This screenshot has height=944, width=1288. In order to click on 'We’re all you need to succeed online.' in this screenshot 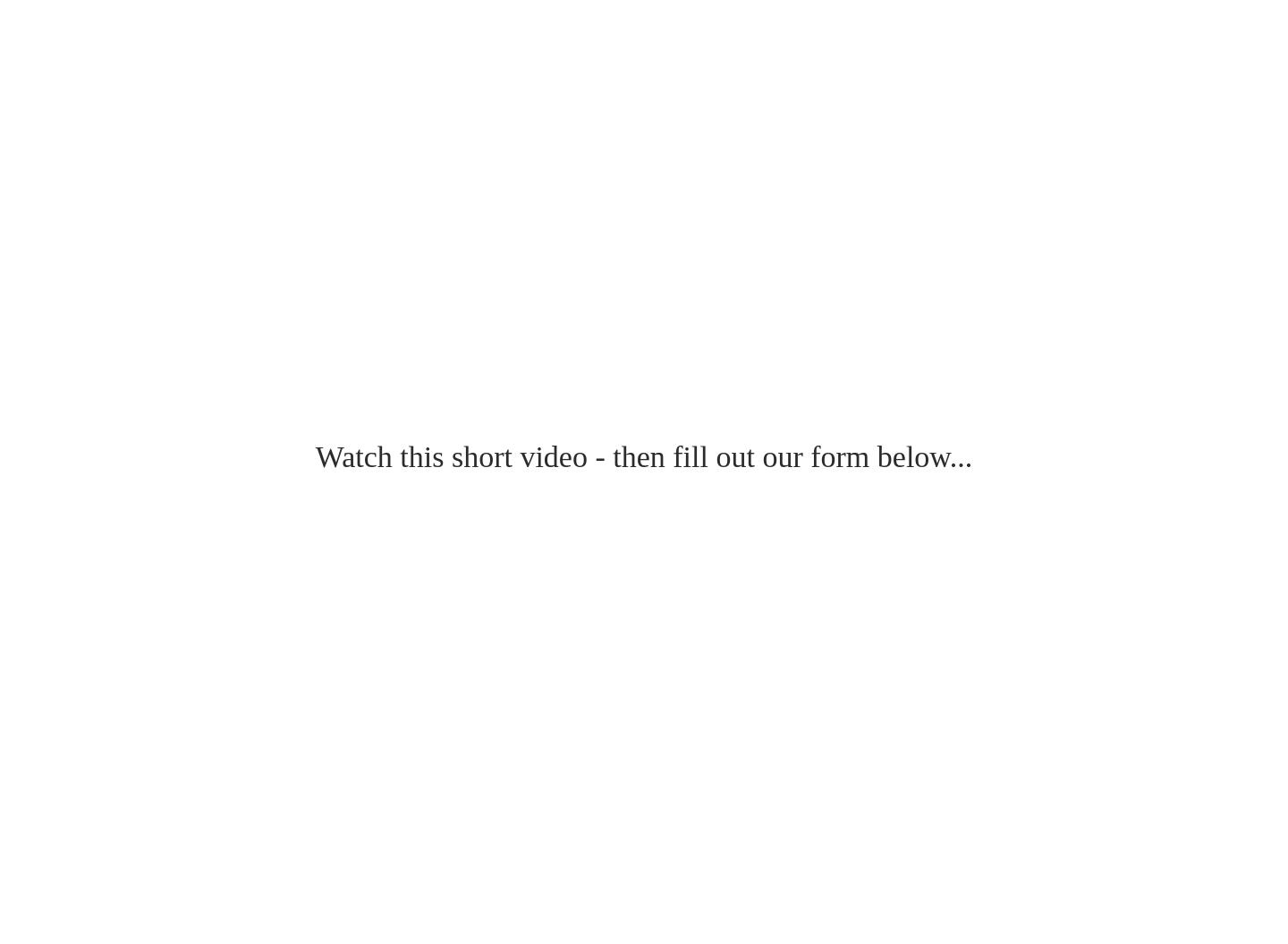, I will do `click(1015, 21)`.